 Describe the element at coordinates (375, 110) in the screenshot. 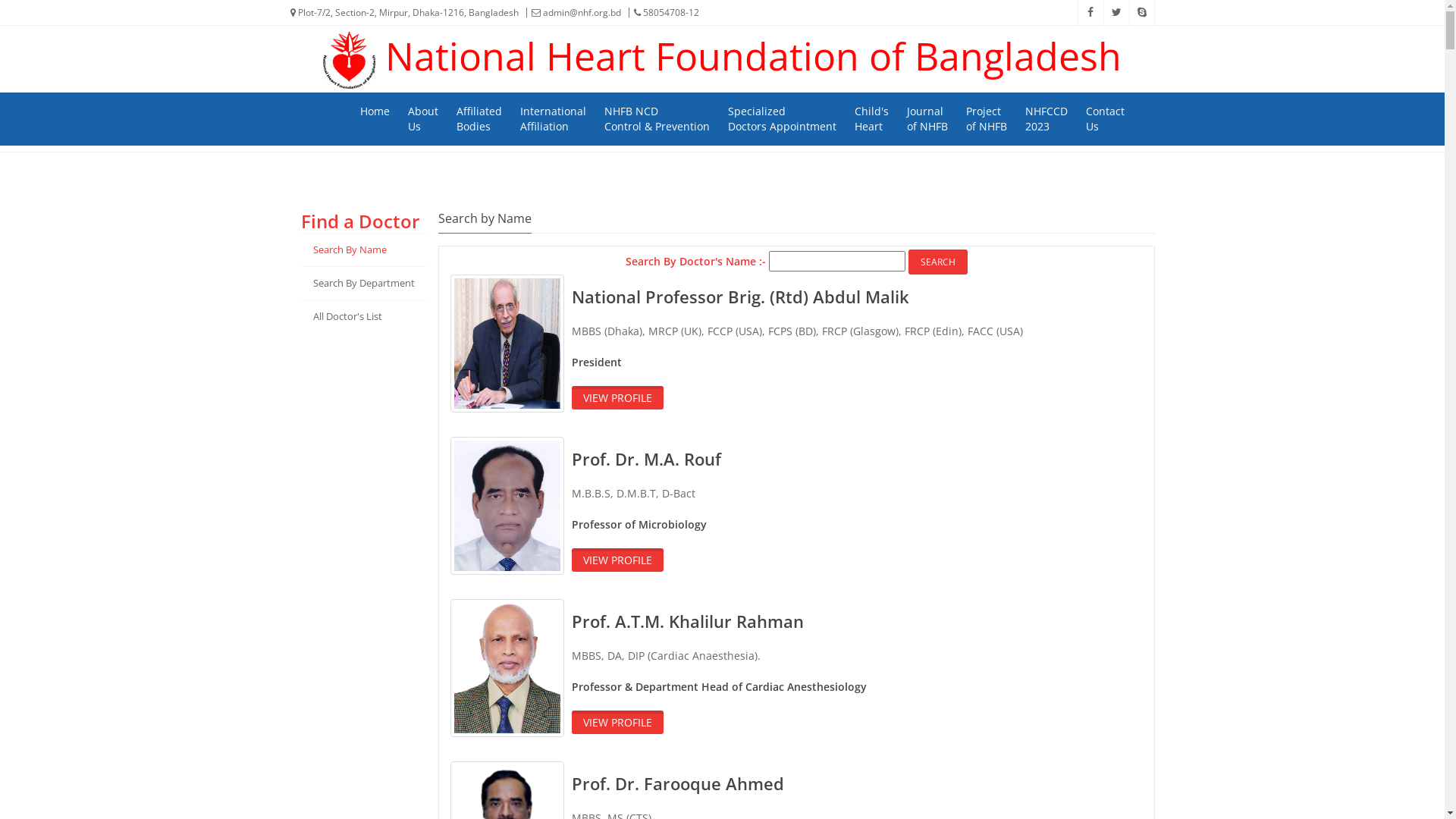

I see `'Home'` at that location.